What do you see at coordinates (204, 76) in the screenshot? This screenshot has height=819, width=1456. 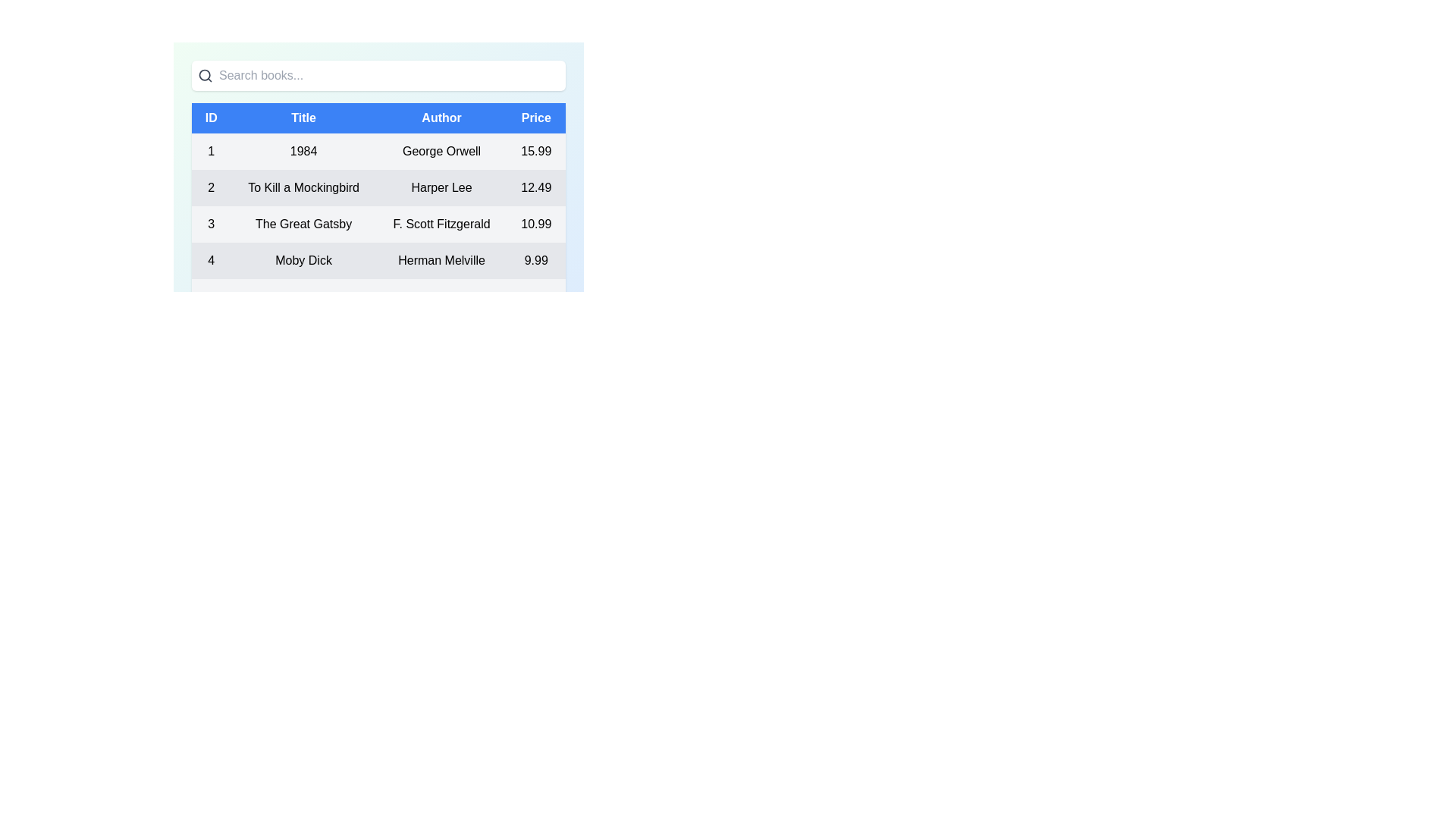 I see `the magnifying glass icon, which is characterized by a circular frame and a diagonal handle, located at the far-left of the search bar` at bounding box center [204, 76].